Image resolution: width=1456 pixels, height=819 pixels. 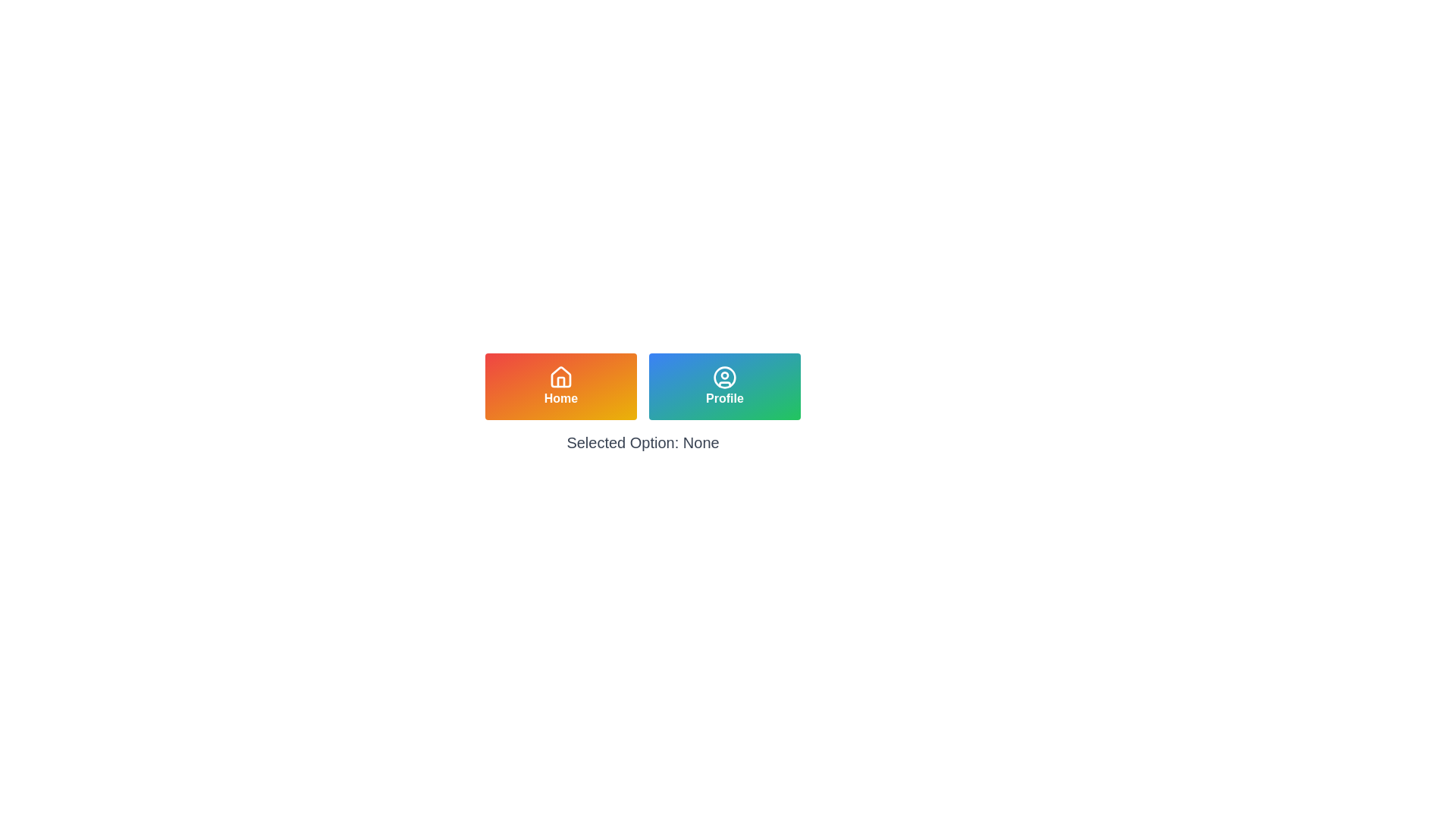 I want to click on the 'Profile' button, so click(x=723, y=385).